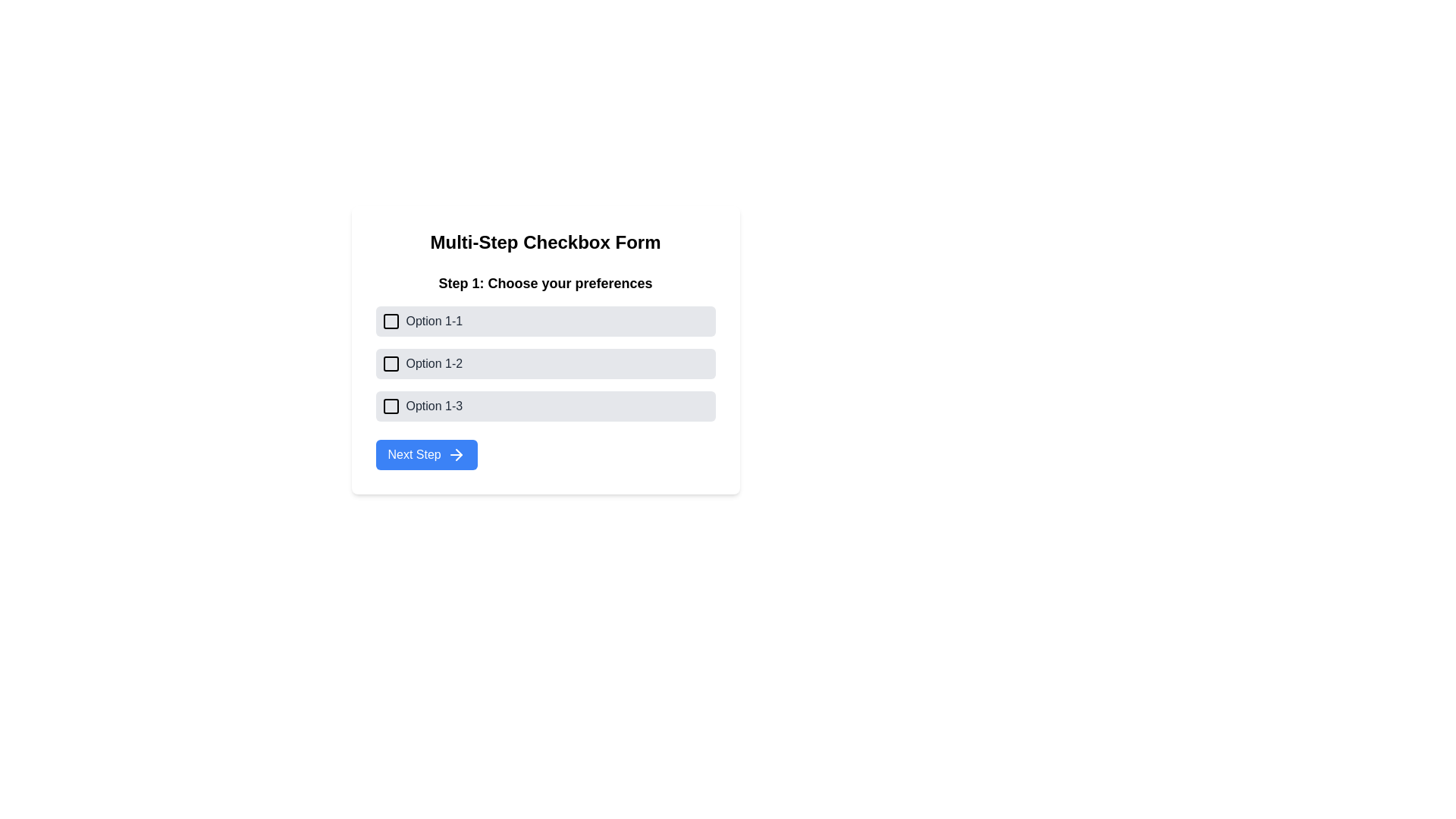 Image resolution: width=1456 pixels, height=819 pixels. I want to click on the square-shaped checkbox before the text label 'Option 1-3', so click(391, 406).